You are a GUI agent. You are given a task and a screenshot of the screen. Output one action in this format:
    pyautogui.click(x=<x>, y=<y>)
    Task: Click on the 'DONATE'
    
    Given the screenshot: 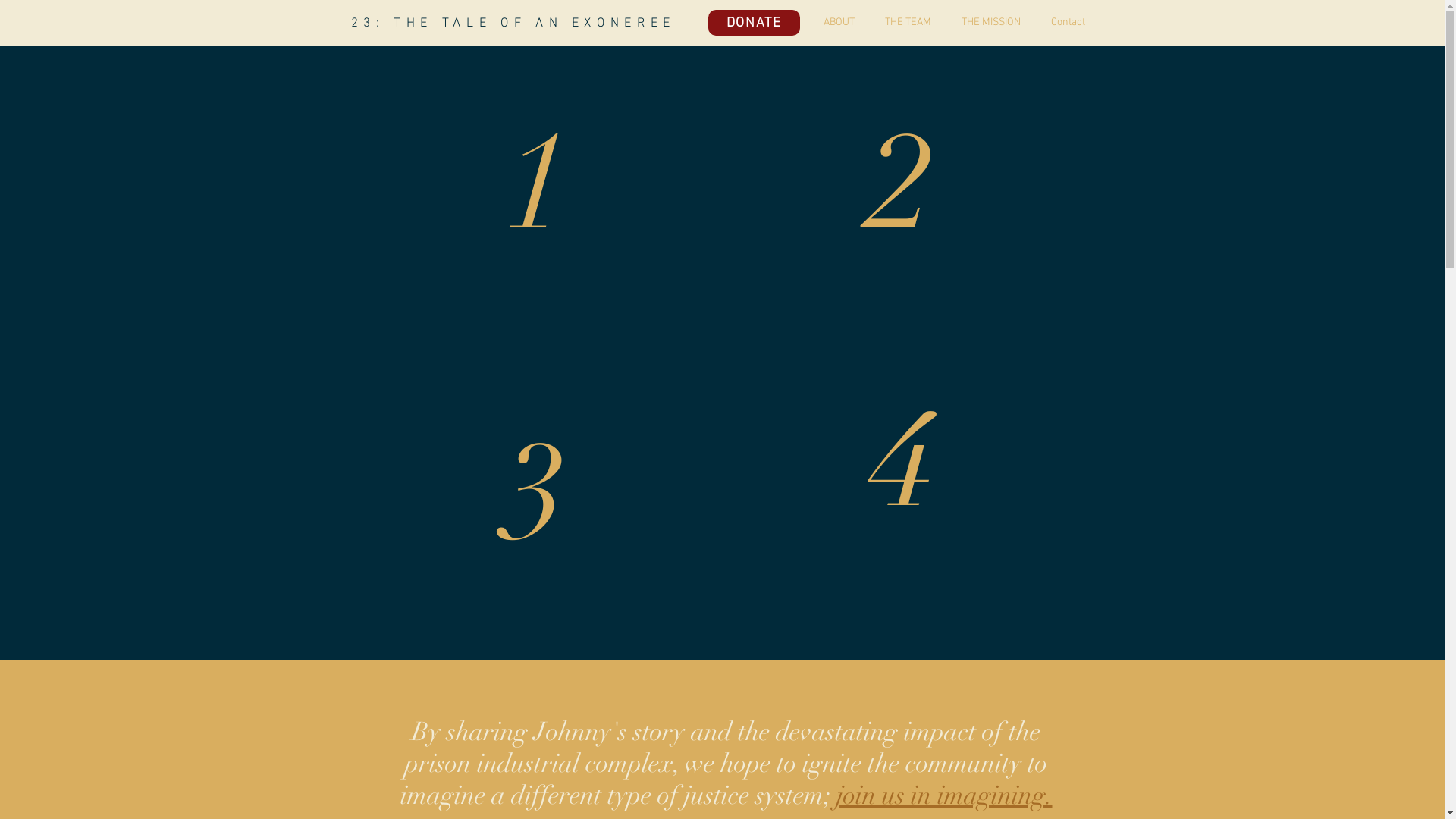 What is the action you would take?
    pyautogui.click(x=754, y=23)
    